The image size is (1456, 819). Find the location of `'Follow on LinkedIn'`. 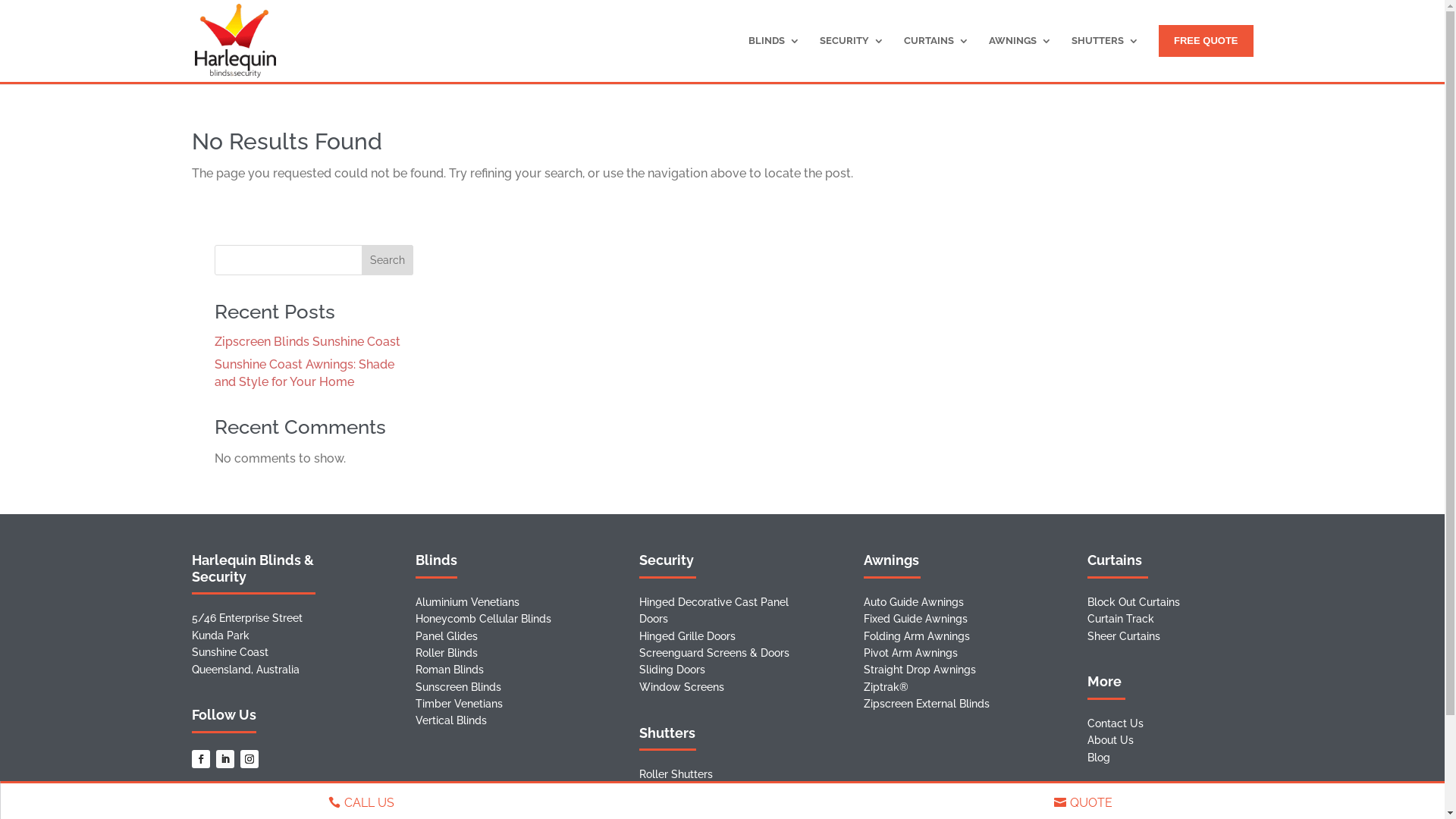

'Follow on LinkedIn' is located at coordinates (224, 759).